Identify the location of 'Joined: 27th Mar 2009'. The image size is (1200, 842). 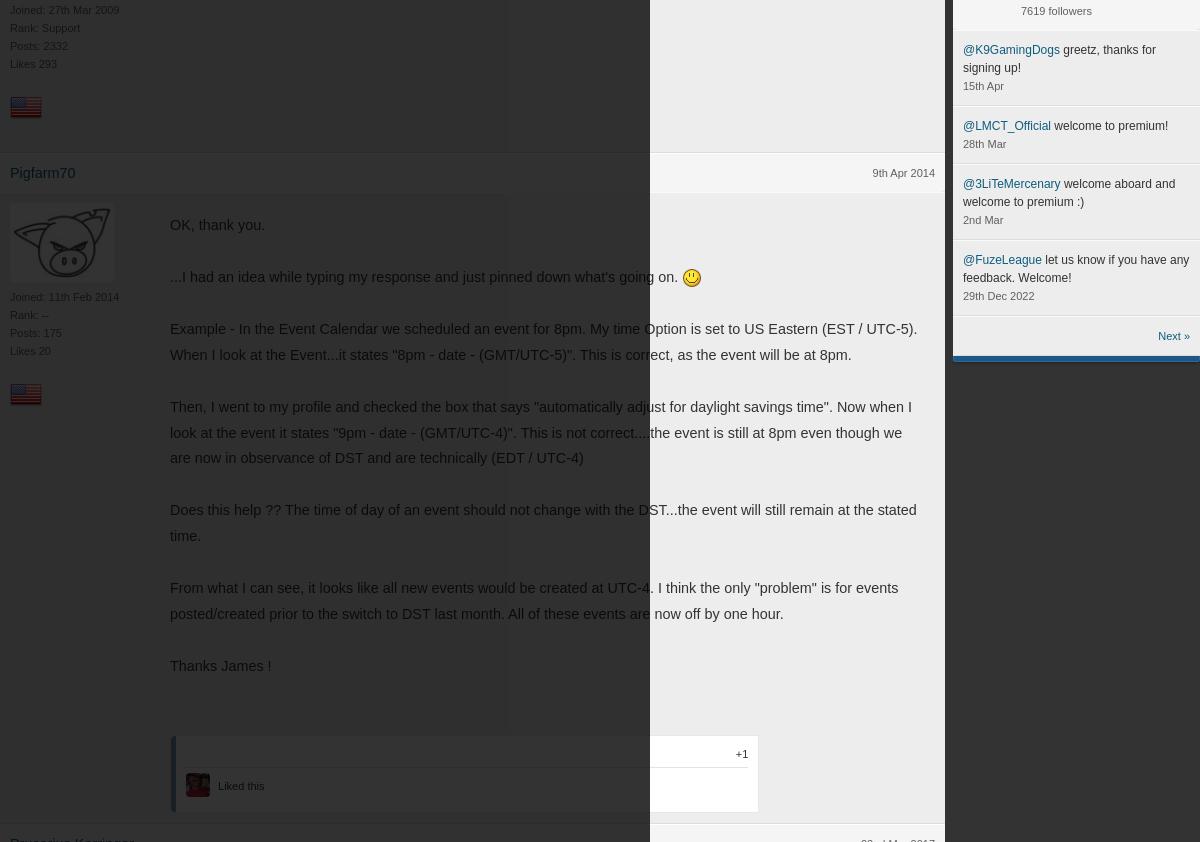
(64, 9).